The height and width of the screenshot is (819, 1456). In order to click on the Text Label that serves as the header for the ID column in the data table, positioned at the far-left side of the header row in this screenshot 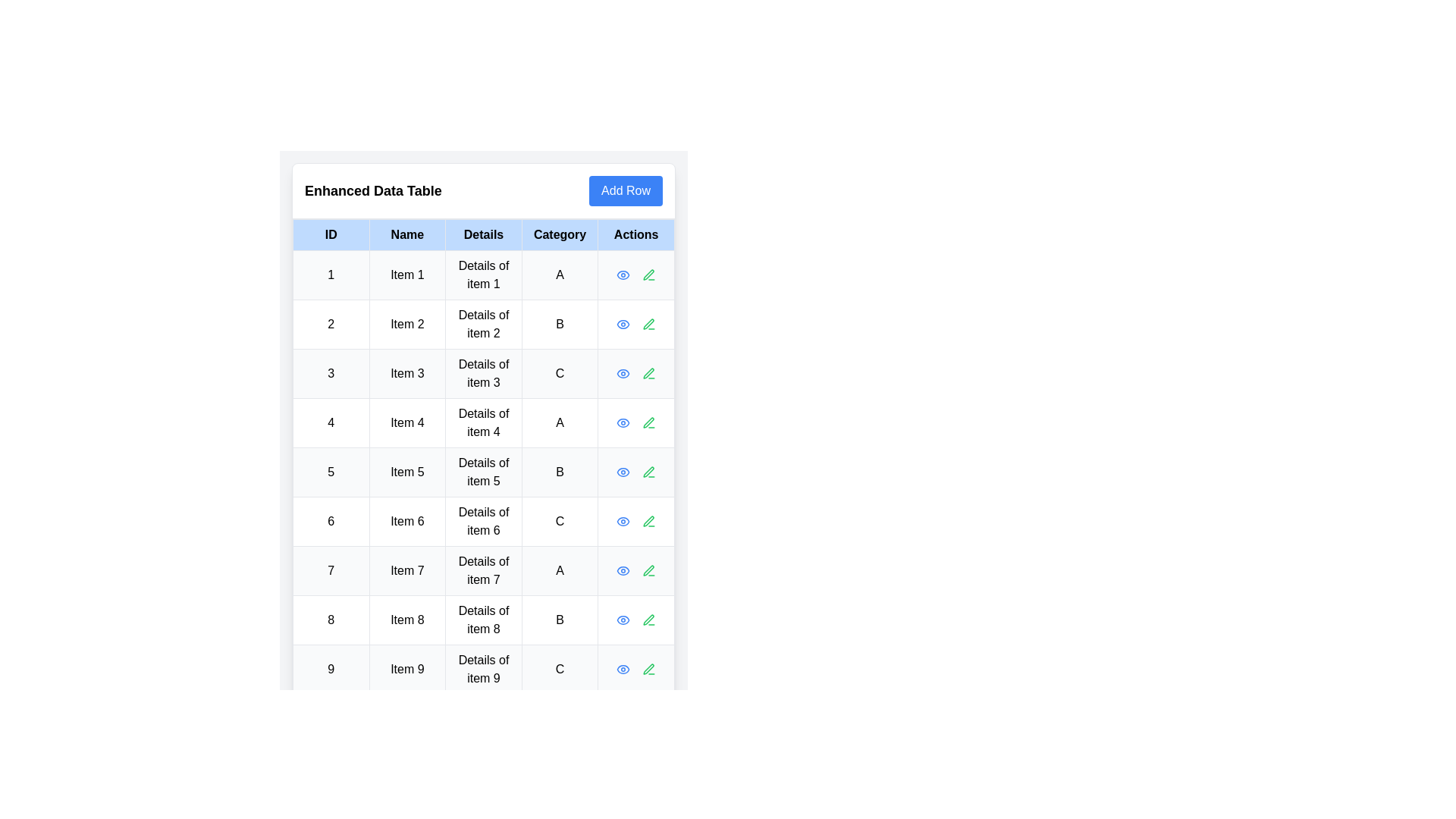, I will do `click(330, 234)`.